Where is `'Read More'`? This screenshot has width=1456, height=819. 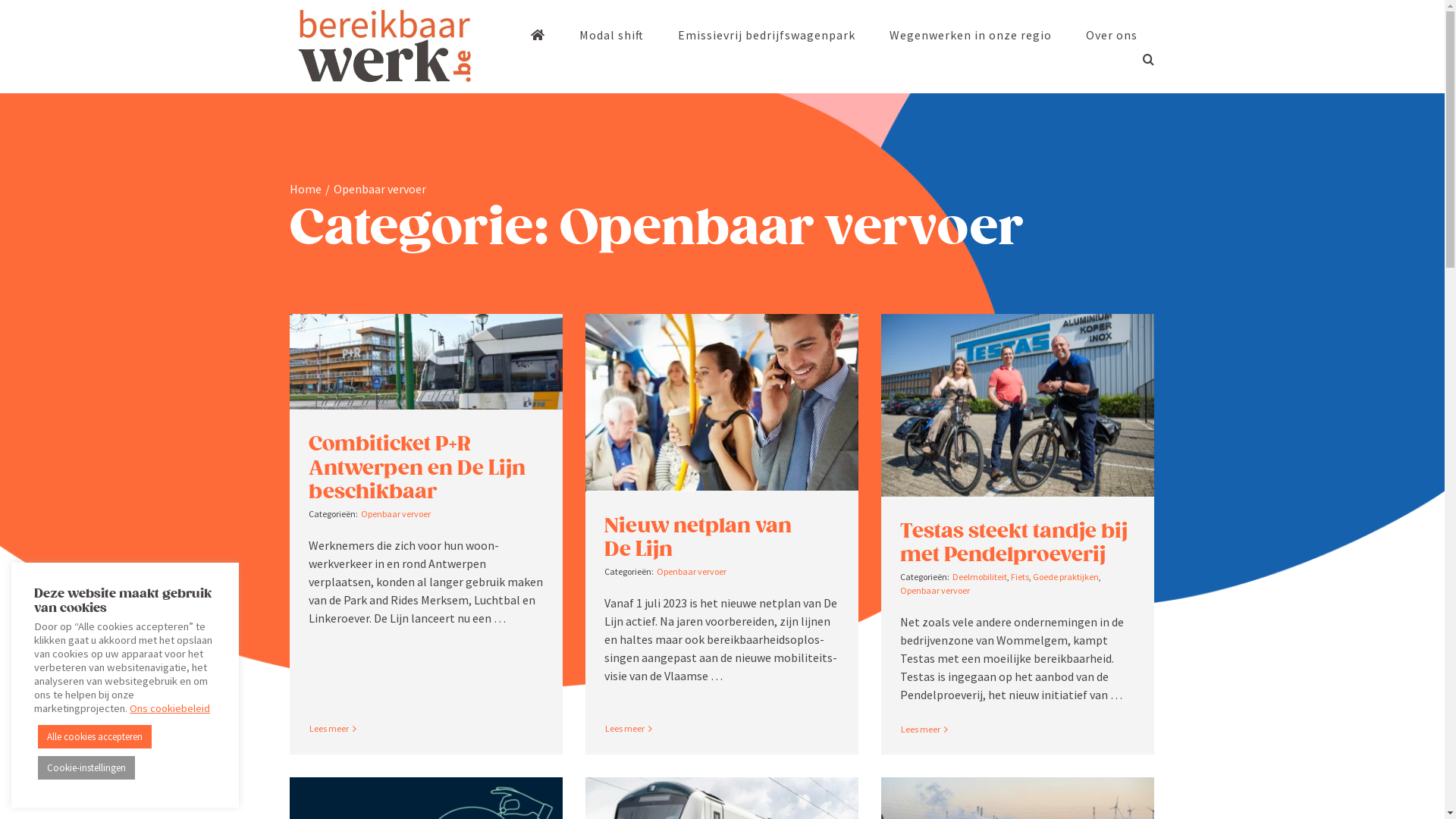 'Read More' is located at coordinates (328, 727).